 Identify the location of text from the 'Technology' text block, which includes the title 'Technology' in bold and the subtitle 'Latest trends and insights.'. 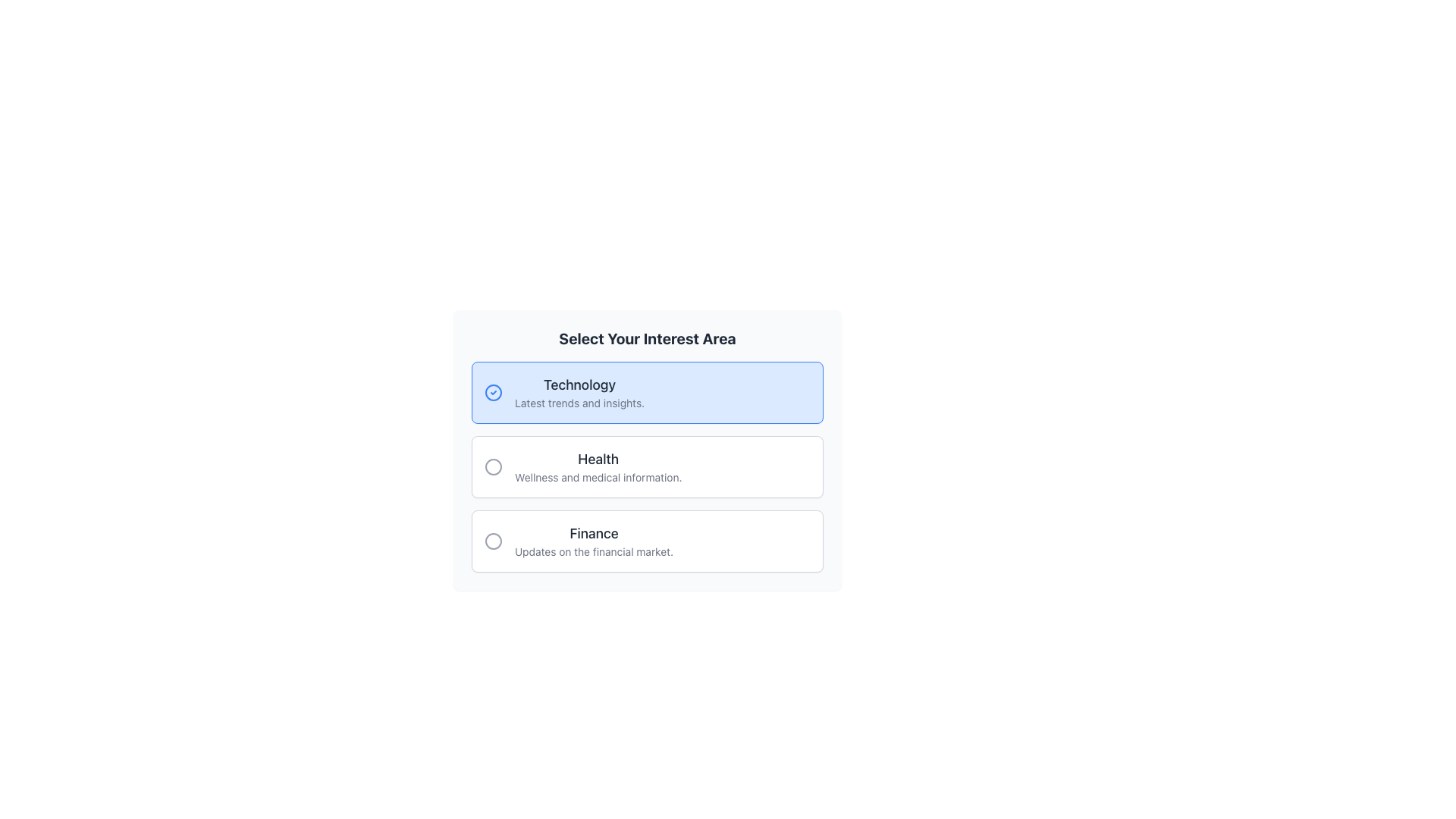
(579, 391).